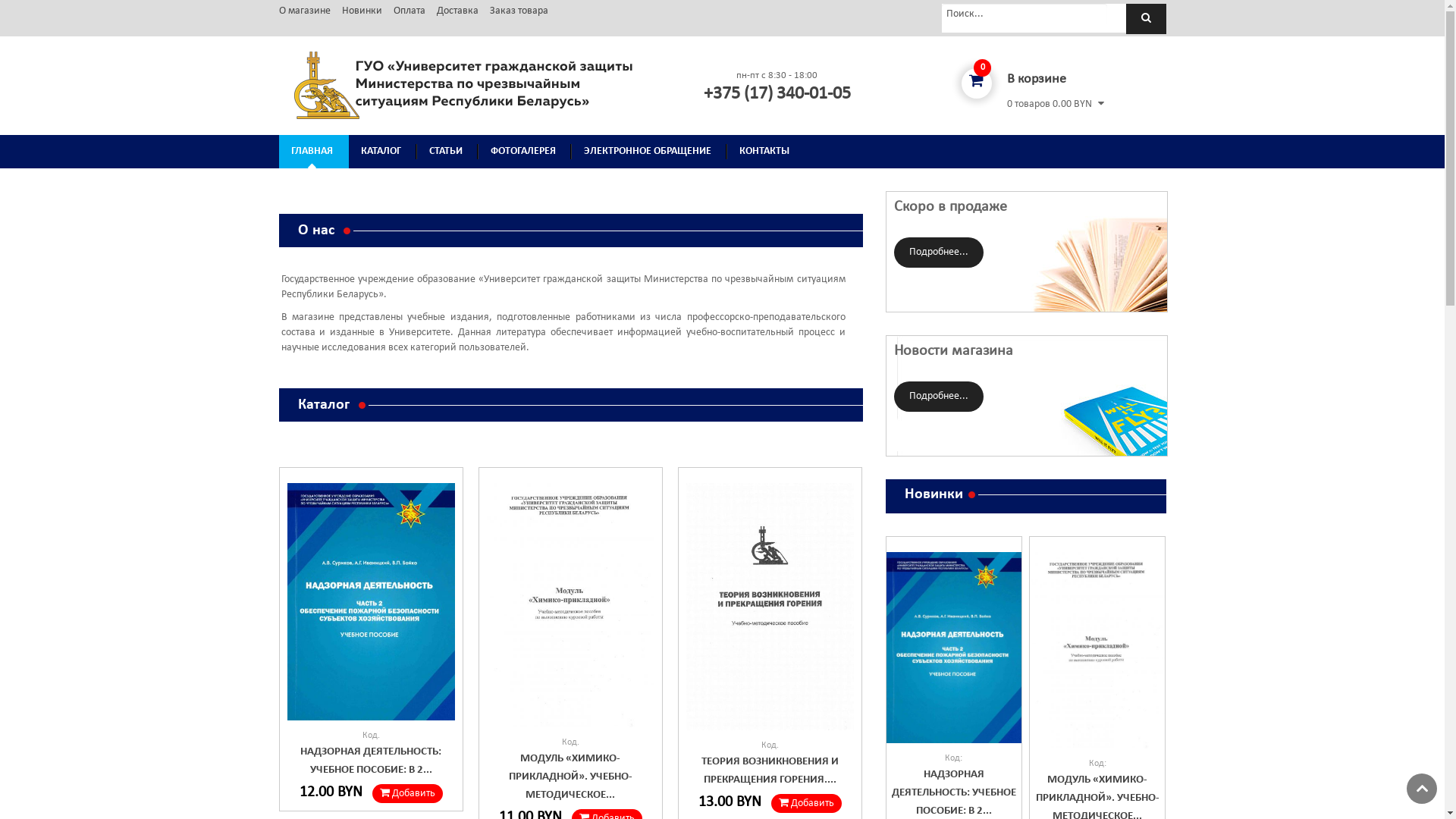 The image size is (1456, 819). Describe the element at coordinates (777, 93) in the screenshot. I see `'+375 (17) 340-01-05'` at that location.